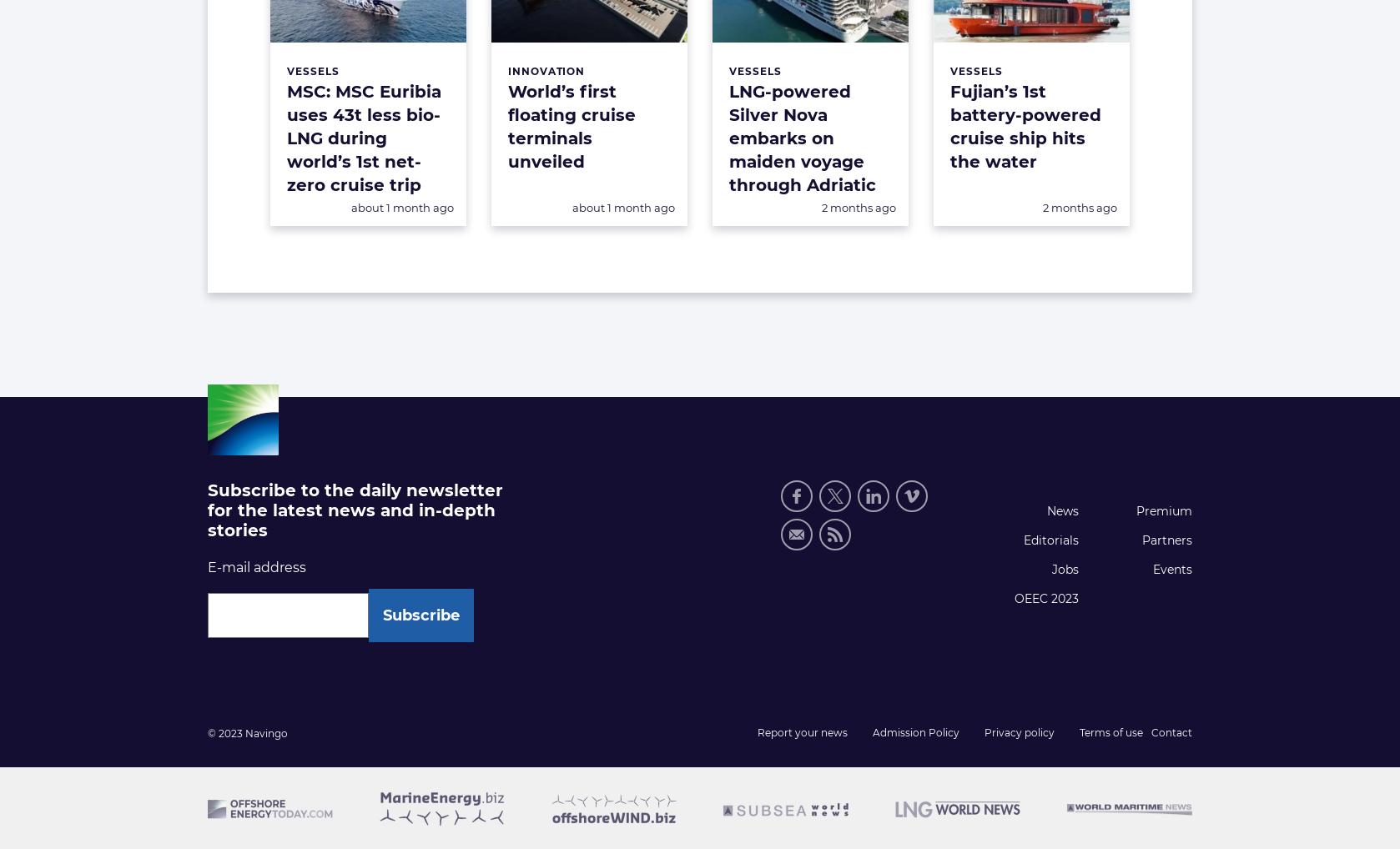 The height and width of the screenshot is (849, 1400). What do you see at coordinates (1171, 569) in the screenshot?
I see `'Events'` at bounding box center [1171, 569].